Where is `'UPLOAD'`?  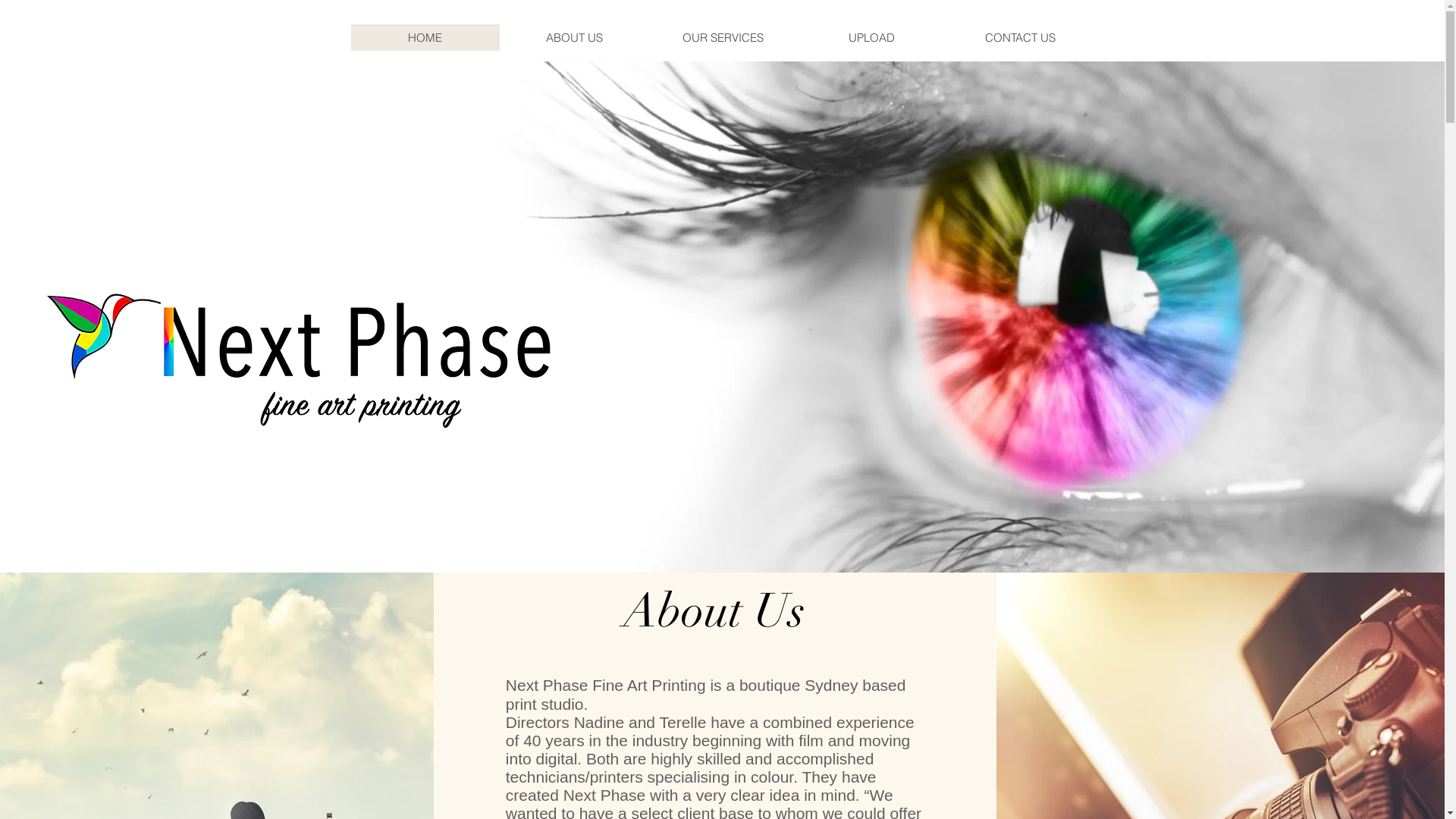 'UPLOAD' is located at coordinates (870, 36).